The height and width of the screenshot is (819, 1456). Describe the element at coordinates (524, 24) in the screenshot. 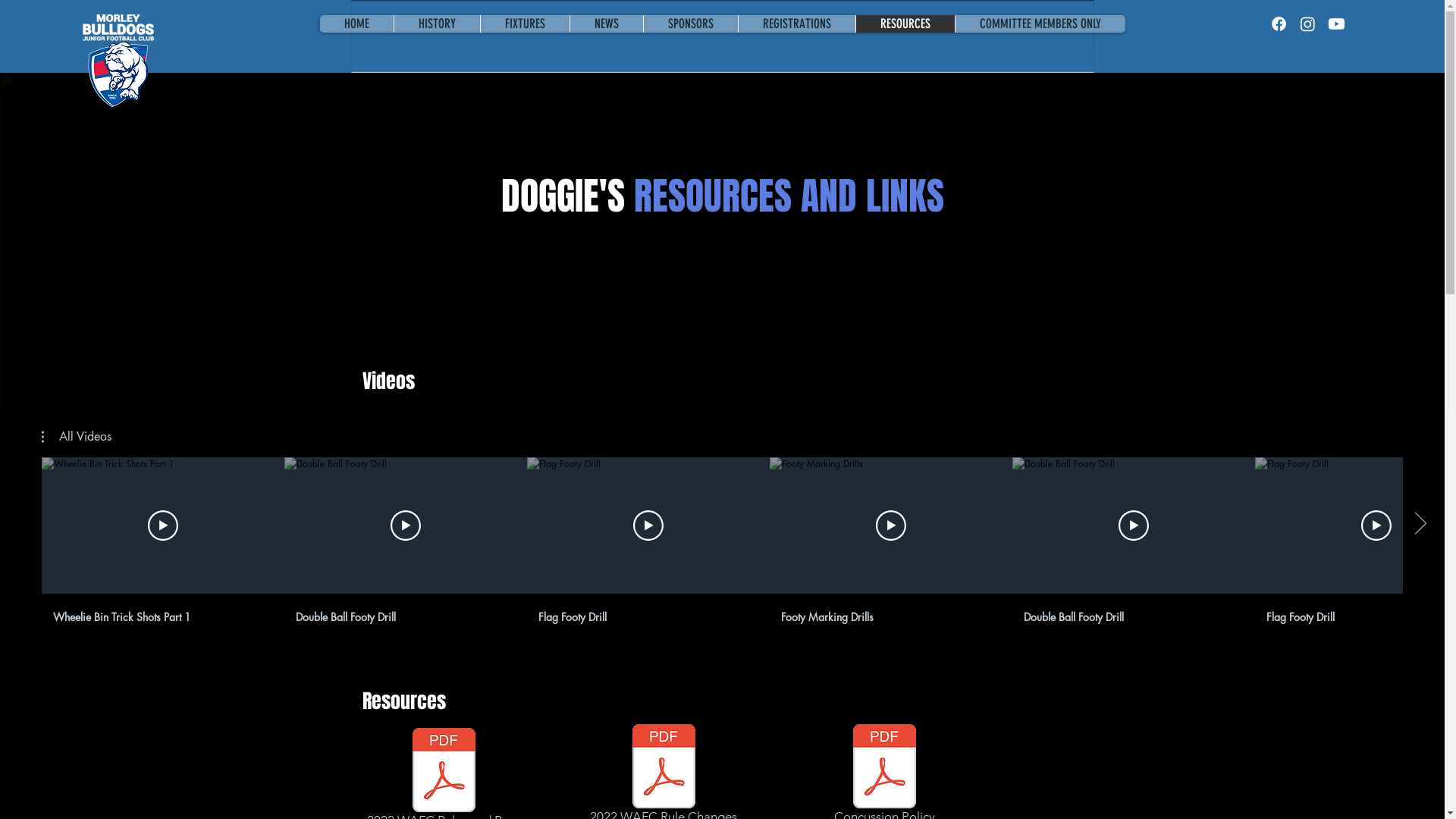

I see `'FIXTURES'` at that location.